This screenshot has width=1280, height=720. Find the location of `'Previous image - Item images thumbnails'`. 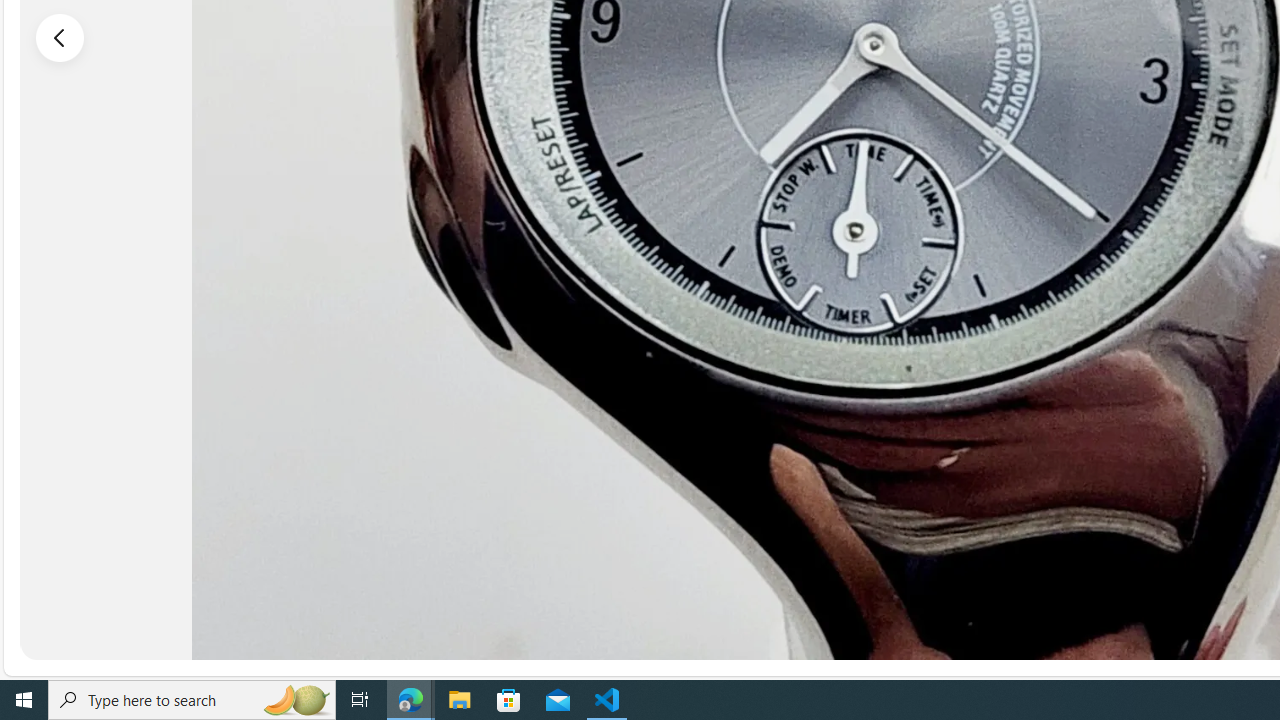

'Previous image - Item images thumbnails' is located at coordinates (60, 37).